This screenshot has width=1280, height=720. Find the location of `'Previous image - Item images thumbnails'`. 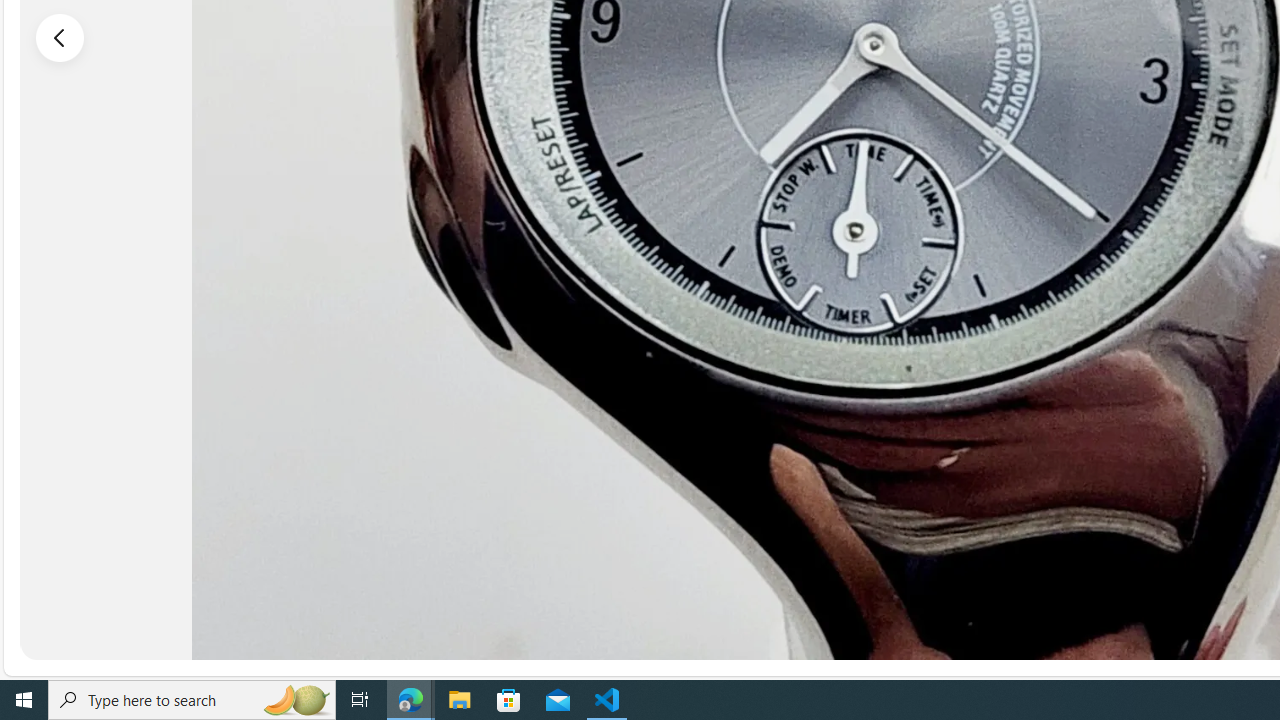

'Previous image - Item images thumbnails' is located at coordinates (60, 37).